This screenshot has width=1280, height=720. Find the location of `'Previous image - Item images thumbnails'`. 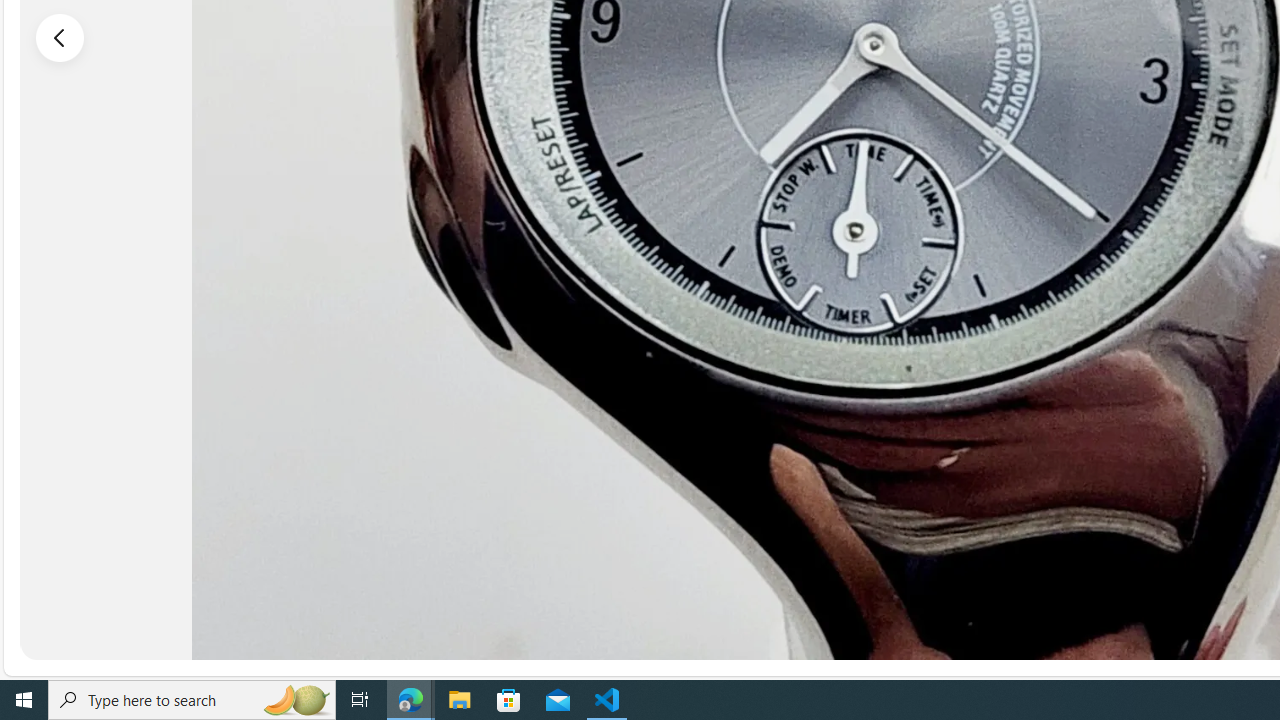

'Previous image - Item images thumbnails' is located at coordinates (60, 37).